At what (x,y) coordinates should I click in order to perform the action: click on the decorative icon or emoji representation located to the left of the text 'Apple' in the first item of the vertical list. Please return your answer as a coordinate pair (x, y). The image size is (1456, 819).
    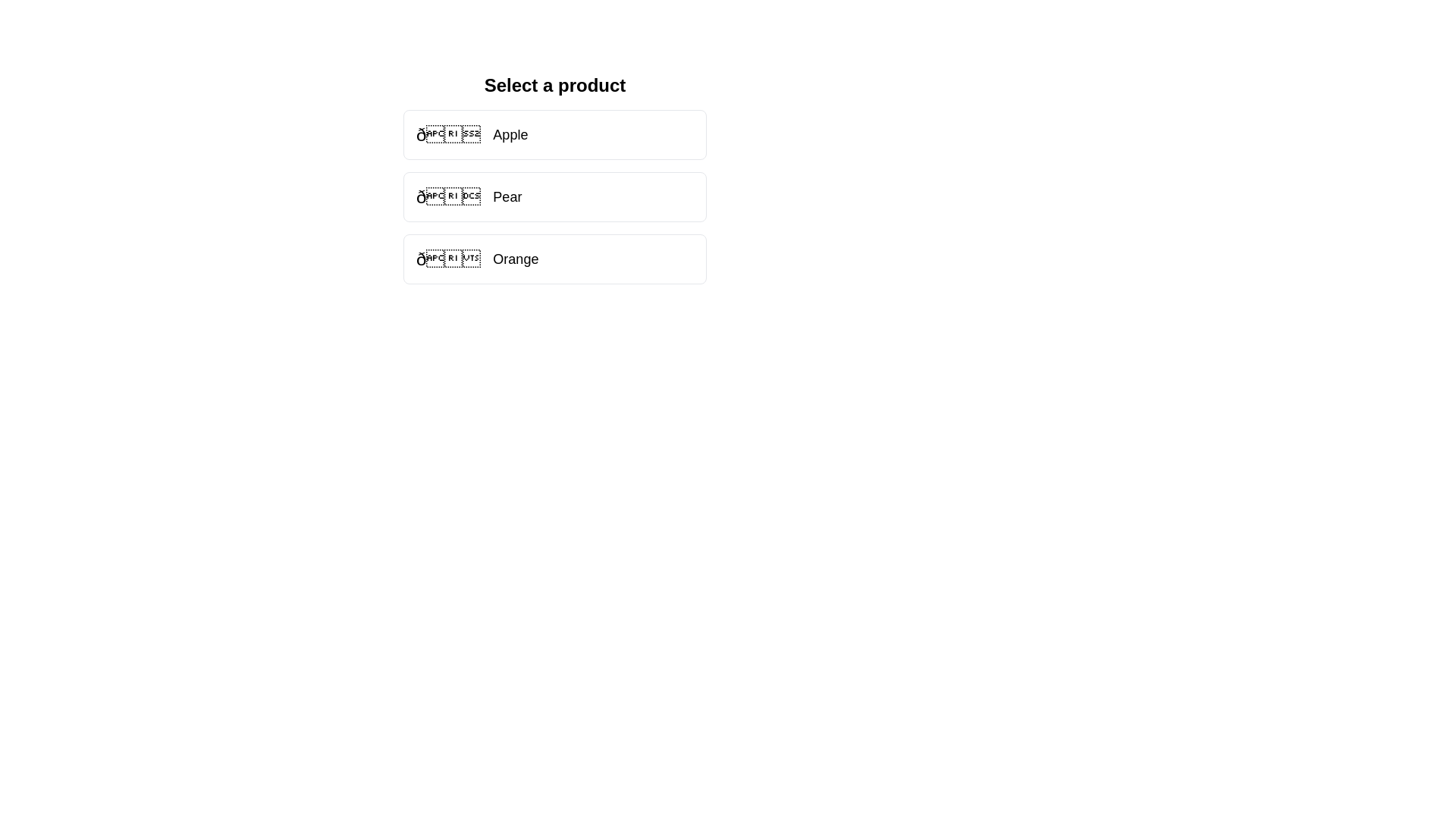
    Looking at the image, I should click on (447, 133).